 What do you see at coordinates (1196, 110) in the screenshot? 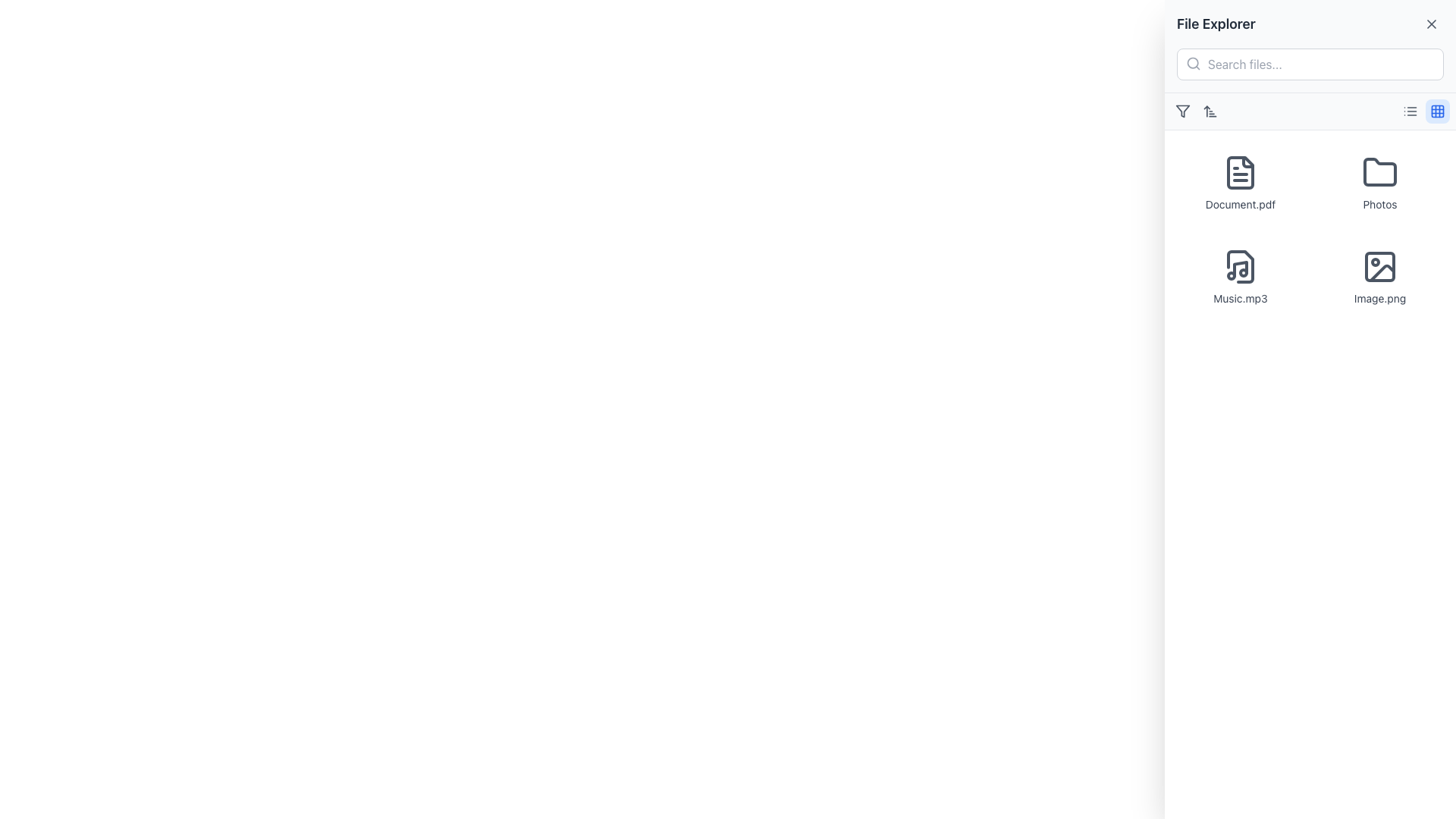
I see `the first icon group in the top bar of the file explorer interface, which provides options for filtering or sorting the displayed items` at bounding box center [1196, 110].